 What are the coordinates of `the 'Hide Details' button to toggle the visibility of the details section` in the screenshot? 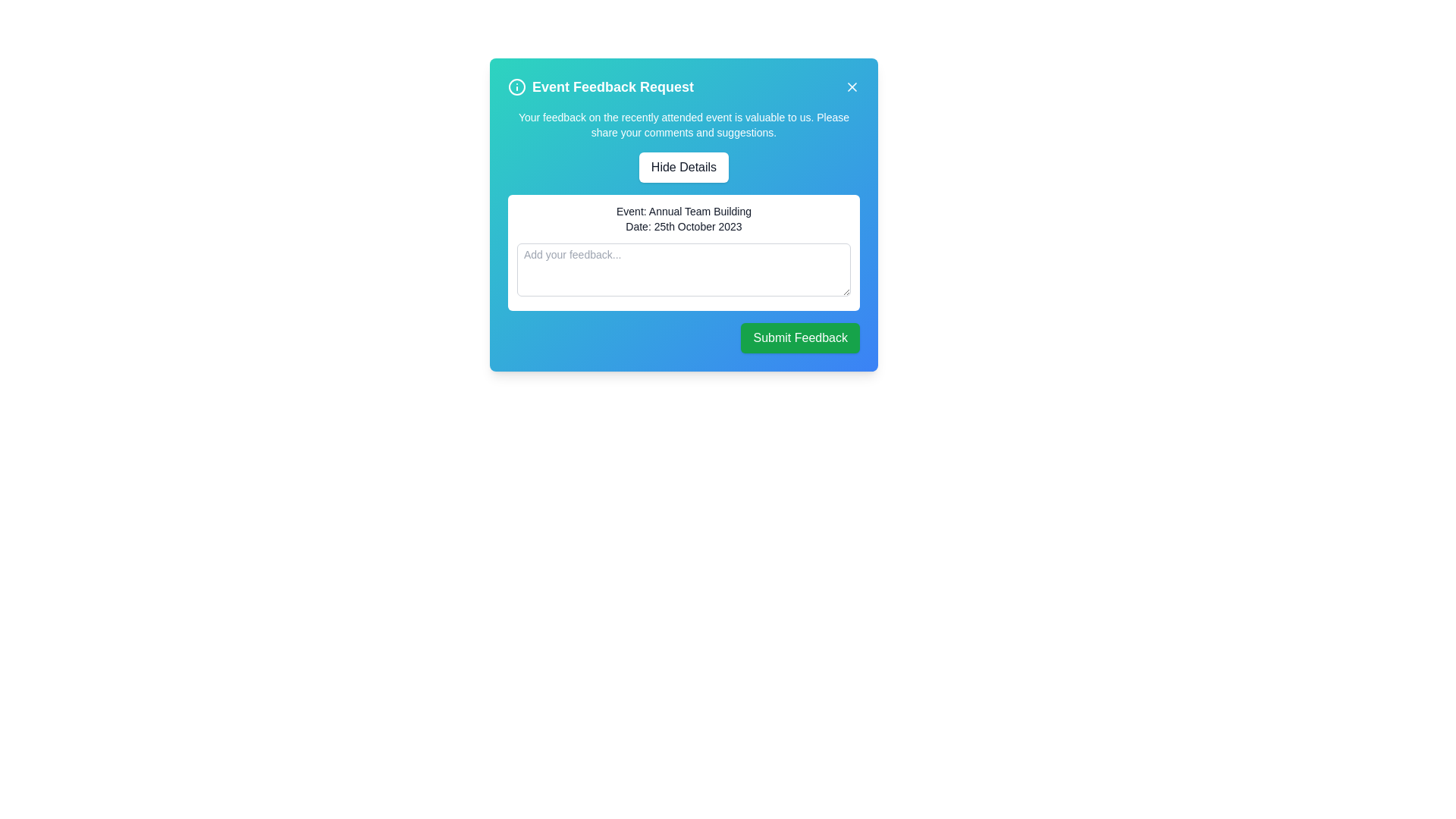 It's located at (683, 167).